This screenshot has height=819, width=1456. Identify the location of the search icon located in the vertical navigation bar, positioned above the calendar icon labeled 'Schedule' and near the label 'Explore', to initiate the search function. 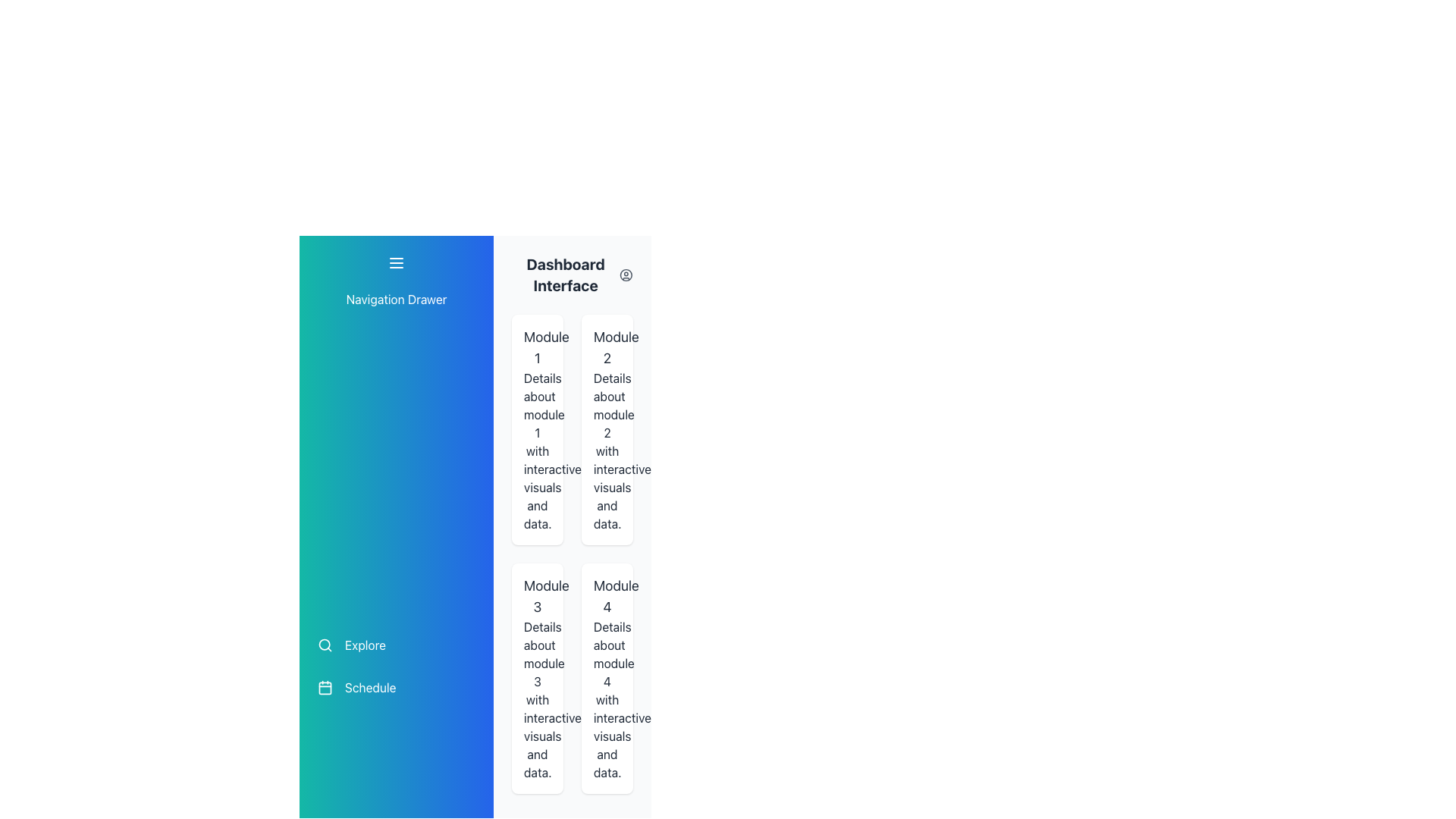
(324, 645).